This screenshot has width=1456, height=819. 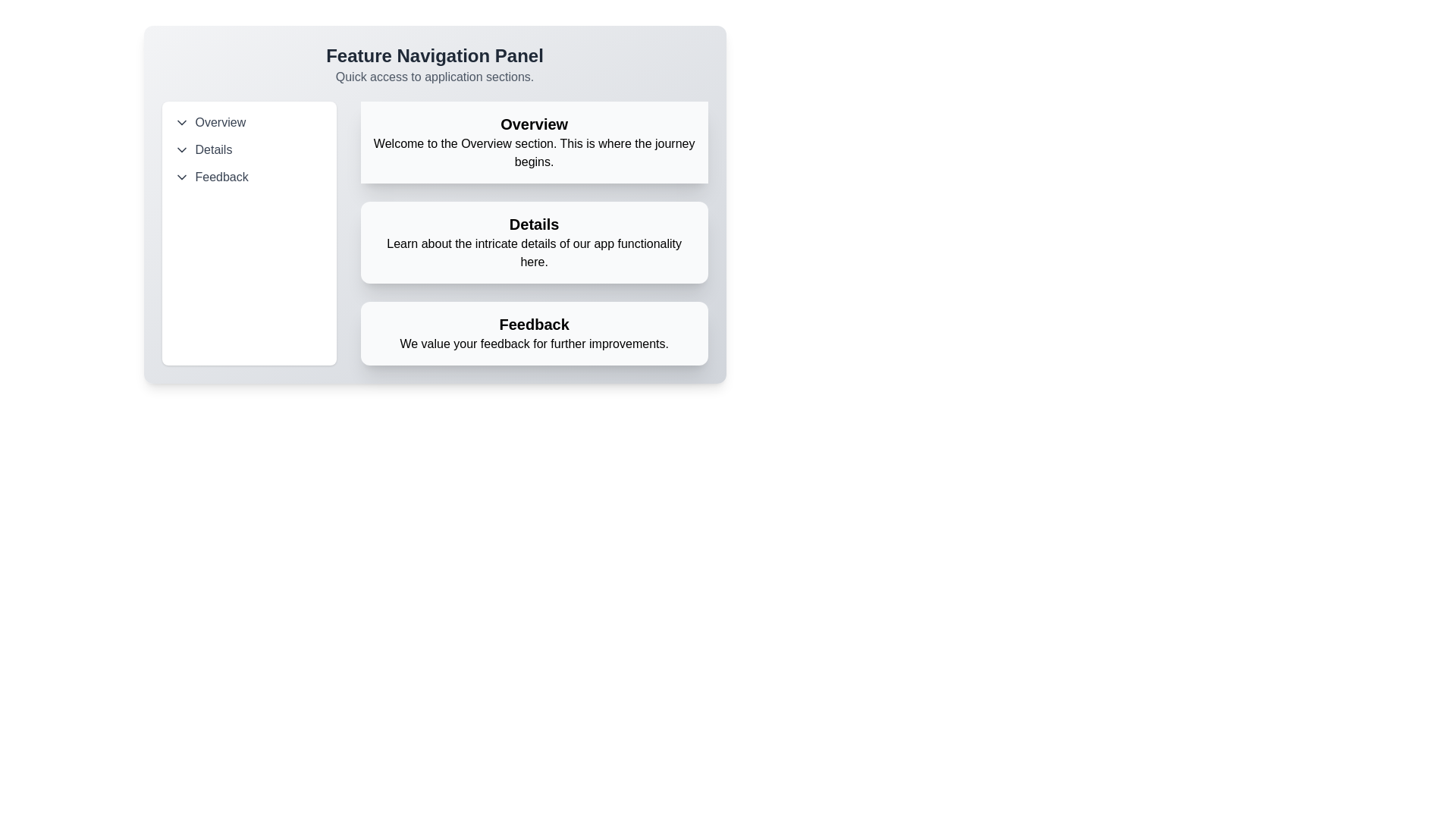 What do you see at coordinates (434, 205) in the screenshot?
I see `the navigation panel` at bounding box center [434, 205].